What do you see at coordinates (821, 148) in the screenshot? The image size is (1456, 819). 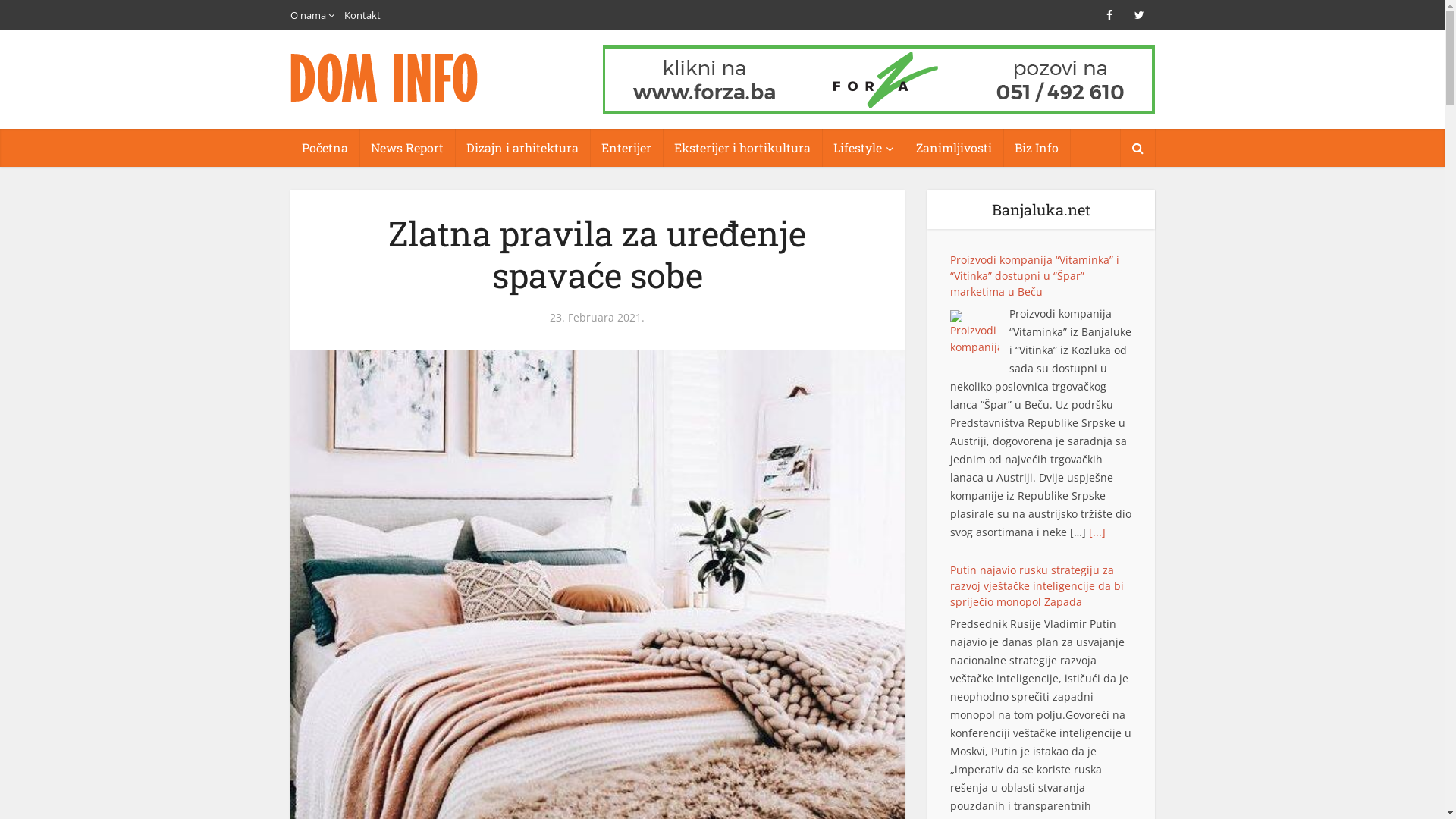 I see `'Lifestyle'` at bounding box center [821, 148].